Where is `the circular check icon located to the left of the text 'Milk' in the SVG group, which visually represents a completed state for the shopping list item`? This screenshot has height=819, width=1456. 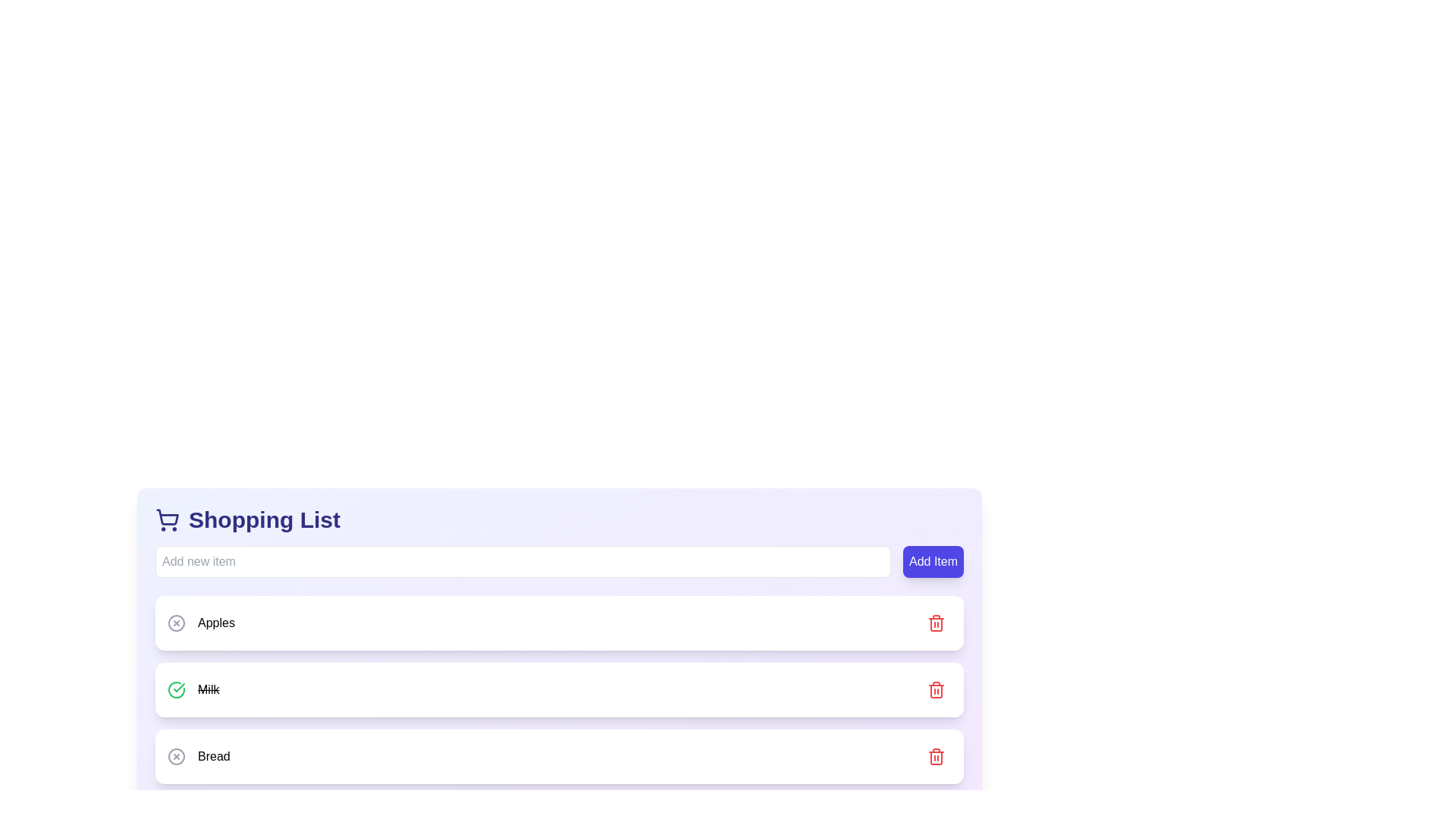 the circular check icon located to the left of the text 'Milk' in the SVG group, which visually represents a completed state for the shopping list item is located at coordinates (177, 690).